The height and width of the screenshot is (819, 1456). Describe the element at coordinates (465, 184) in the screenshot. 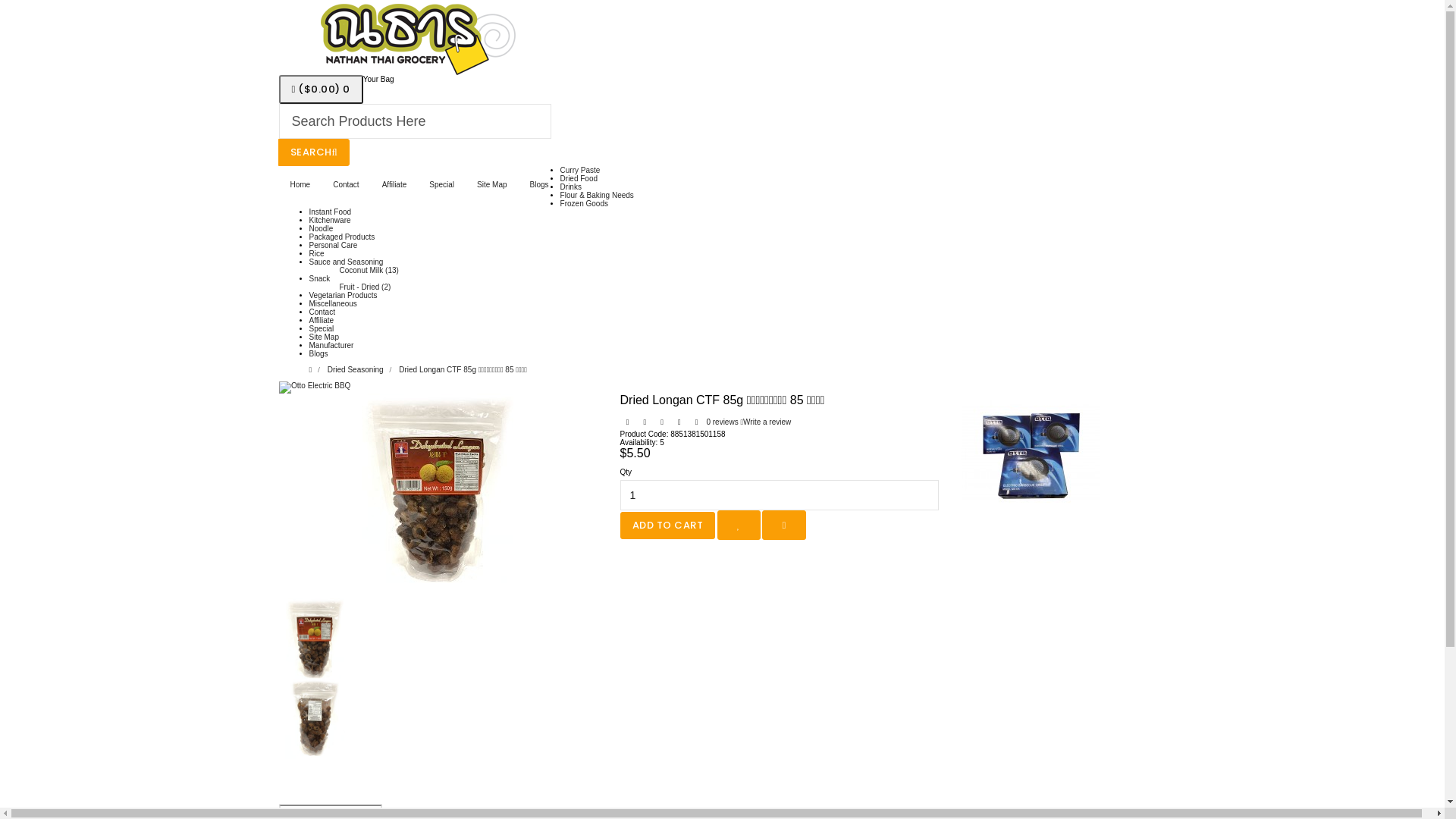

I see `'Site Map'` at that location.